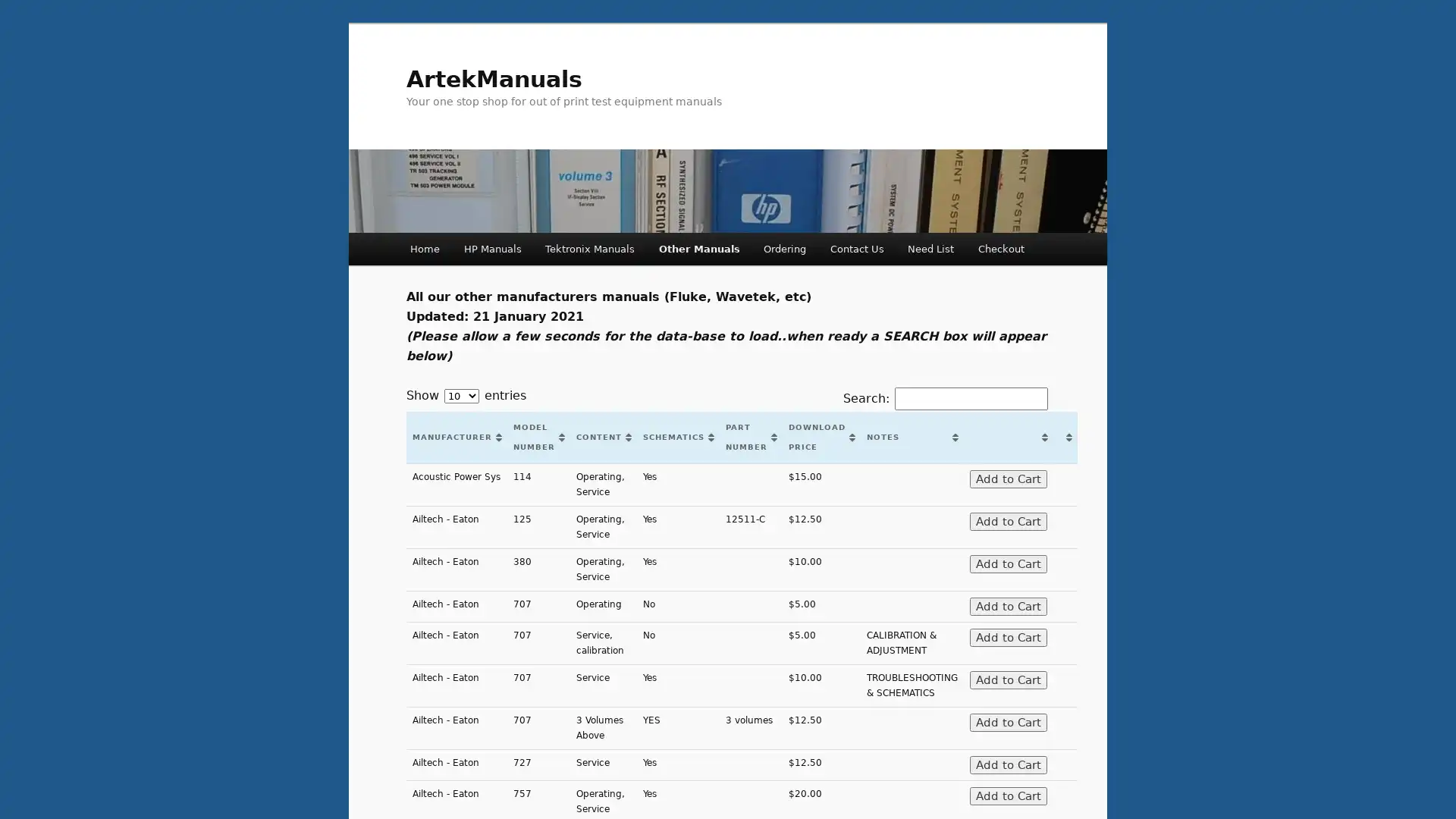 The height and width of the screenshot is (819, 1456). I want to click on Add to Cart, so click(1008, 479).